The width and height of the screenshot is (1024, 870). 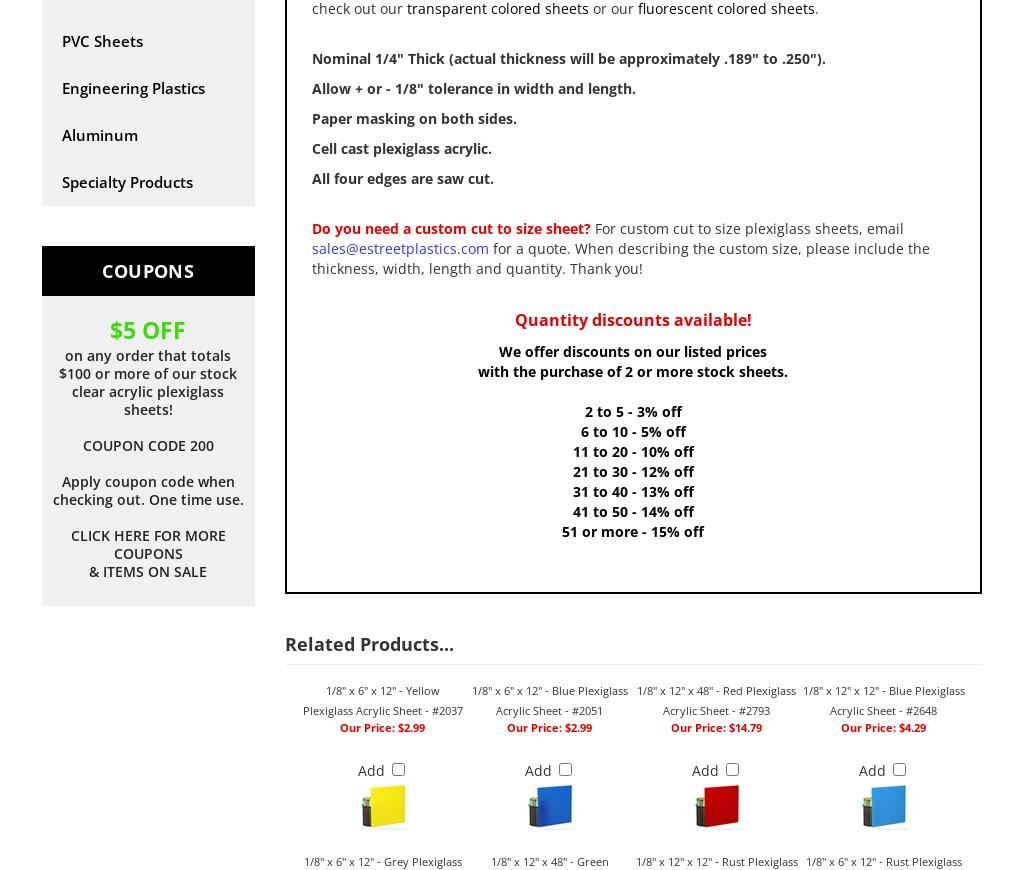 What do you see at coordinates (146, 570) in the screenshot?
I see `'& ITEMS ON SALE'` at bounding box center [146, 570].